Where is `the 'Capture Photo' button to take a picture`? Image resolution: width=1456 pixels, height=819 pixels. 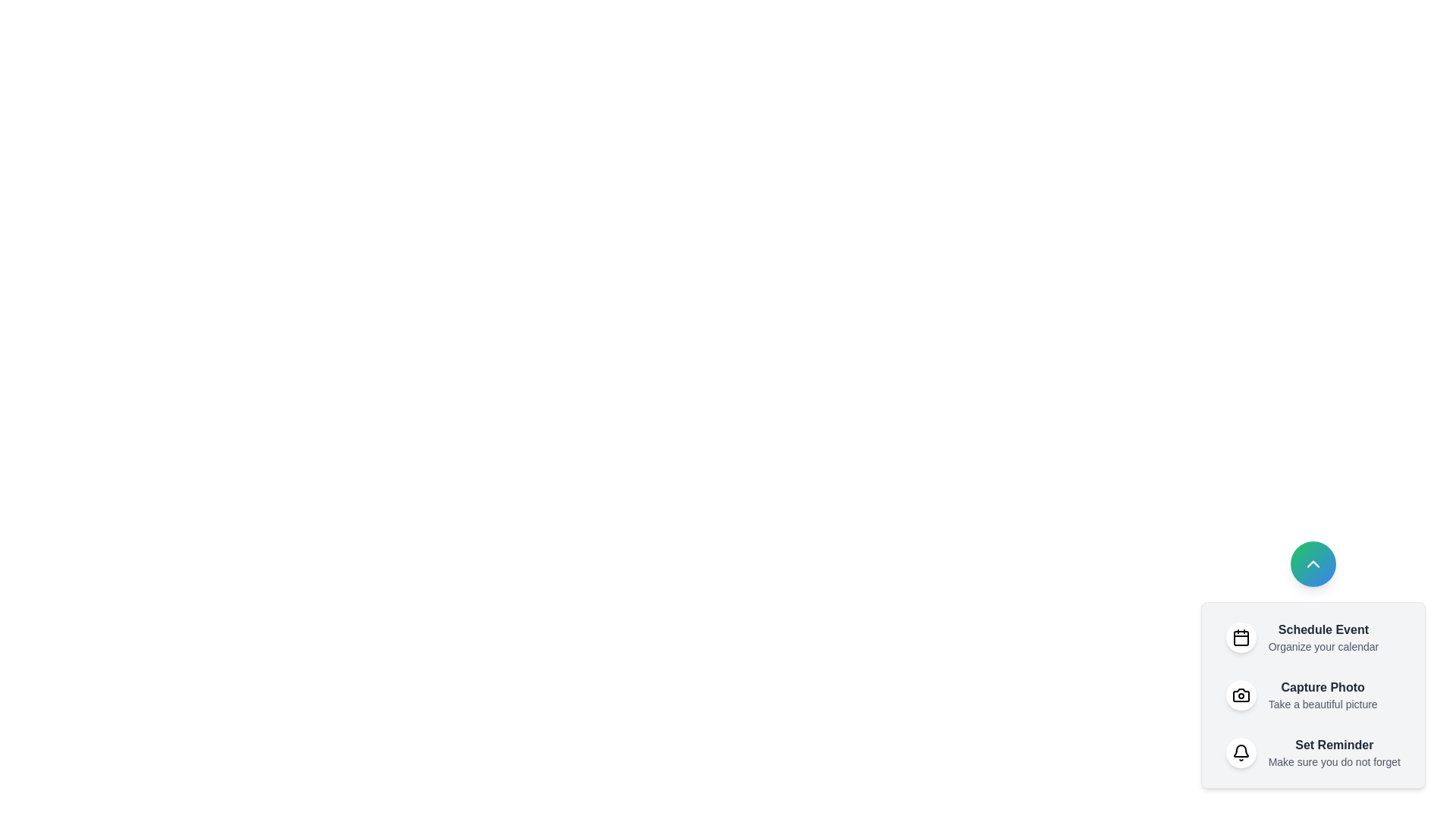
the 'Capture Photo' button to take a picture is located at coordinates (1312, 695).